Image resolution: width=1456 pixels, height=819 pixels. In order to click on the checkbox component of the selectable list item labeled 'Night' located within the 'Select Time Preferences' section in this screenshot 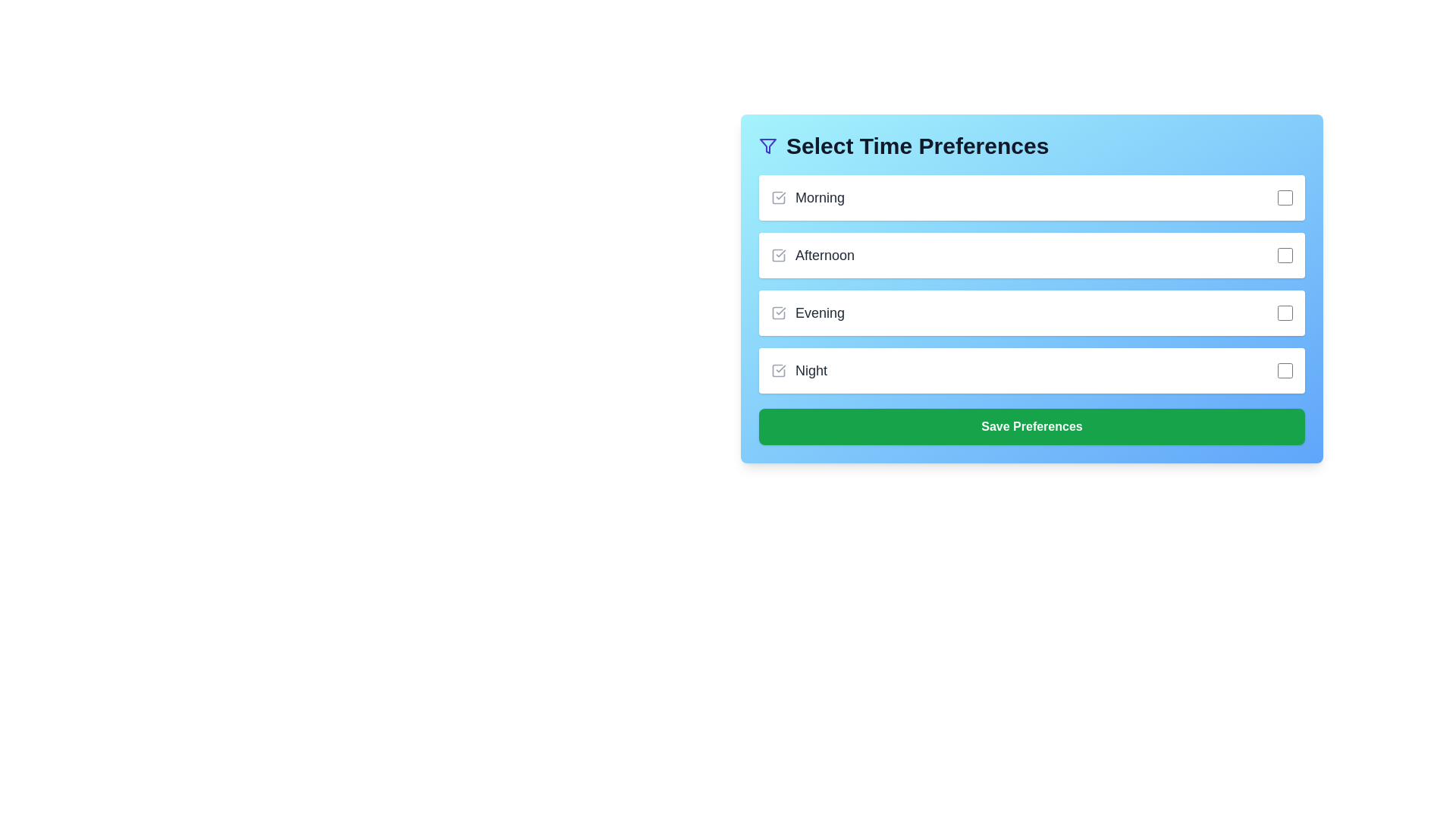, I will do `click(1031, 371)`.